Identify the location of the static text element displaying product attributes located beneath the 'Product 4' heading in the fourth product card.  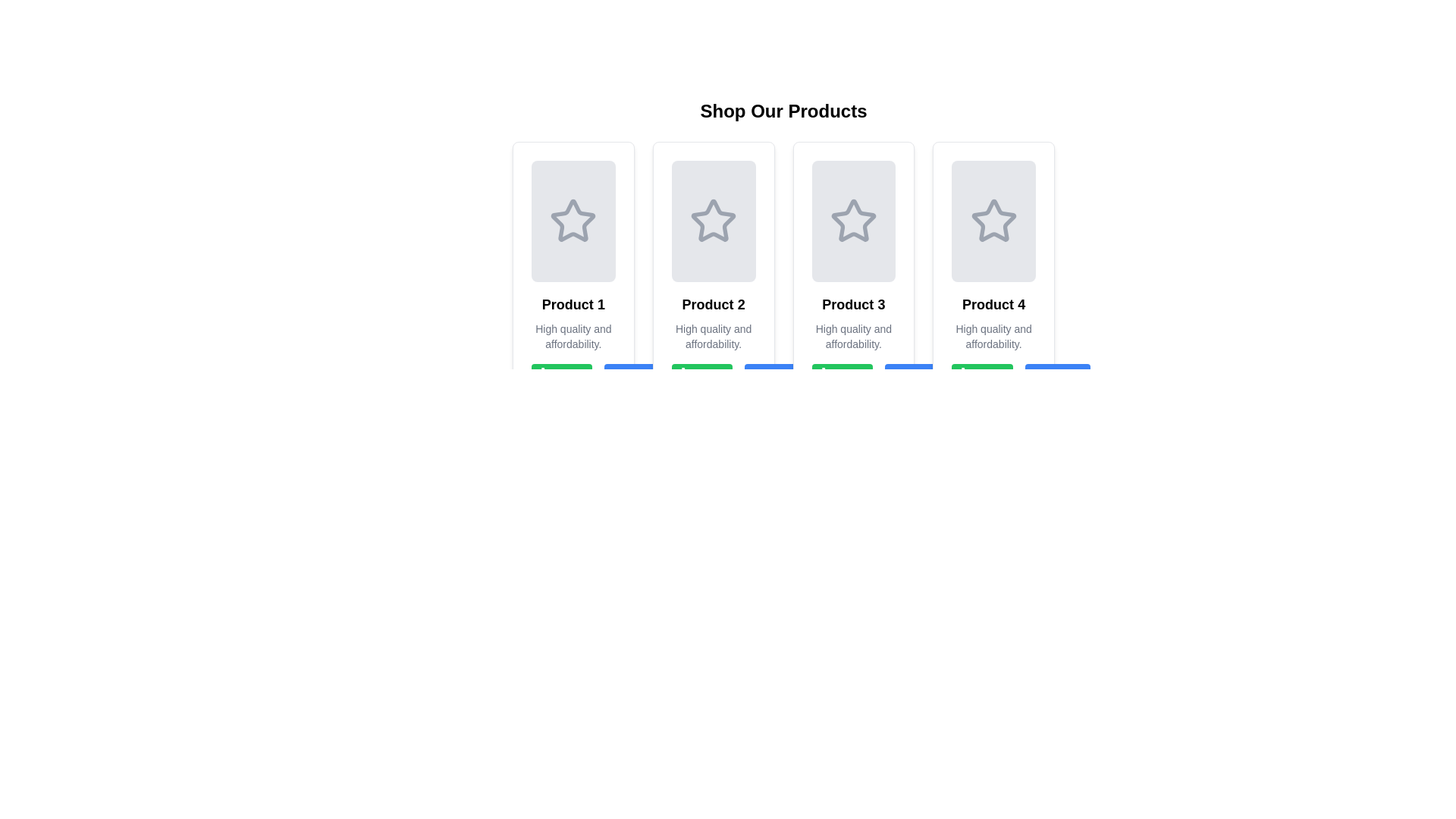
(993, 335).